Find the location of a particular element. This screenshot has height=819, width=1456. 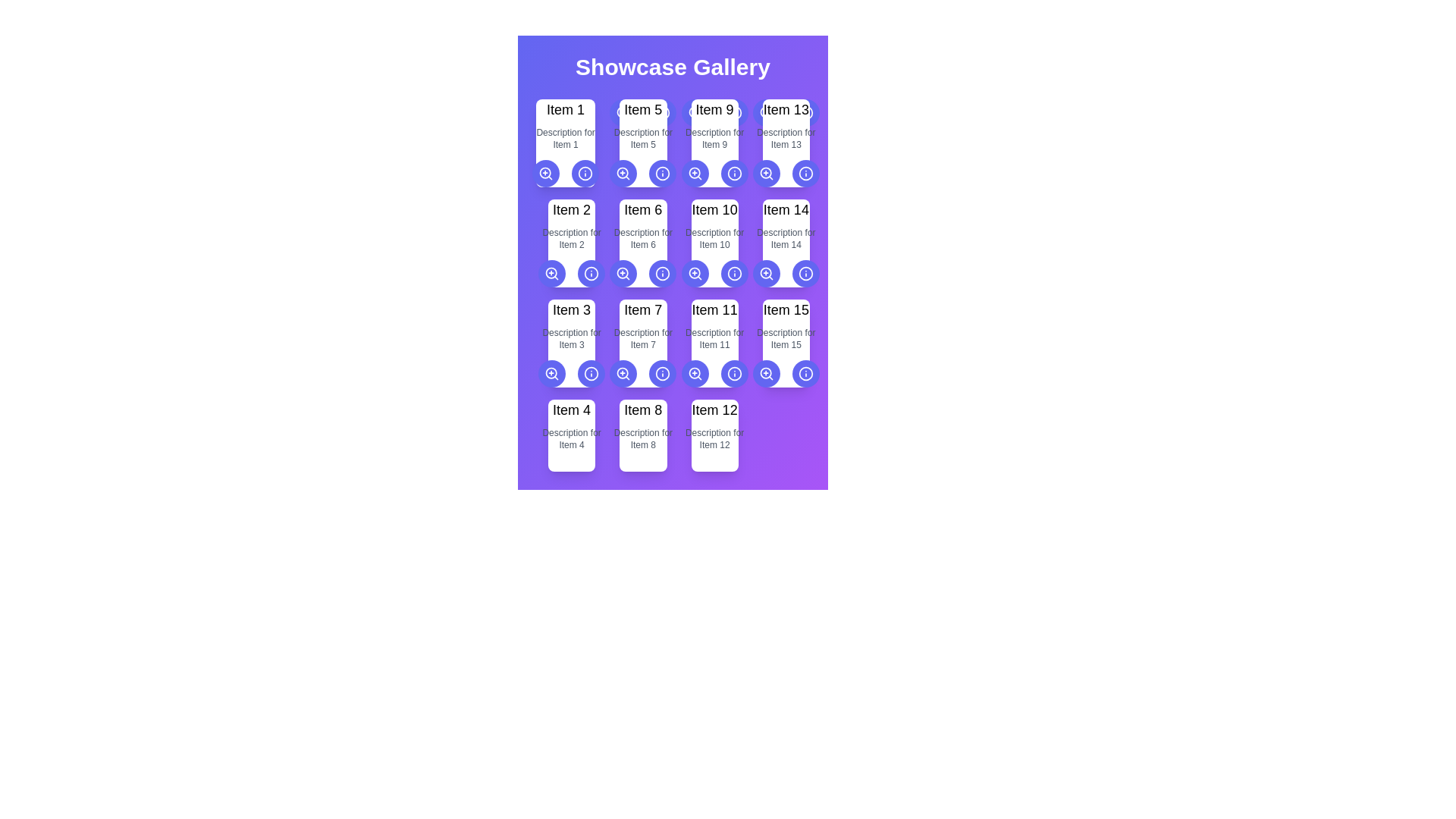

the zoom-in icon button located below the 'Item 1' card is located at coordinates (546, 172).